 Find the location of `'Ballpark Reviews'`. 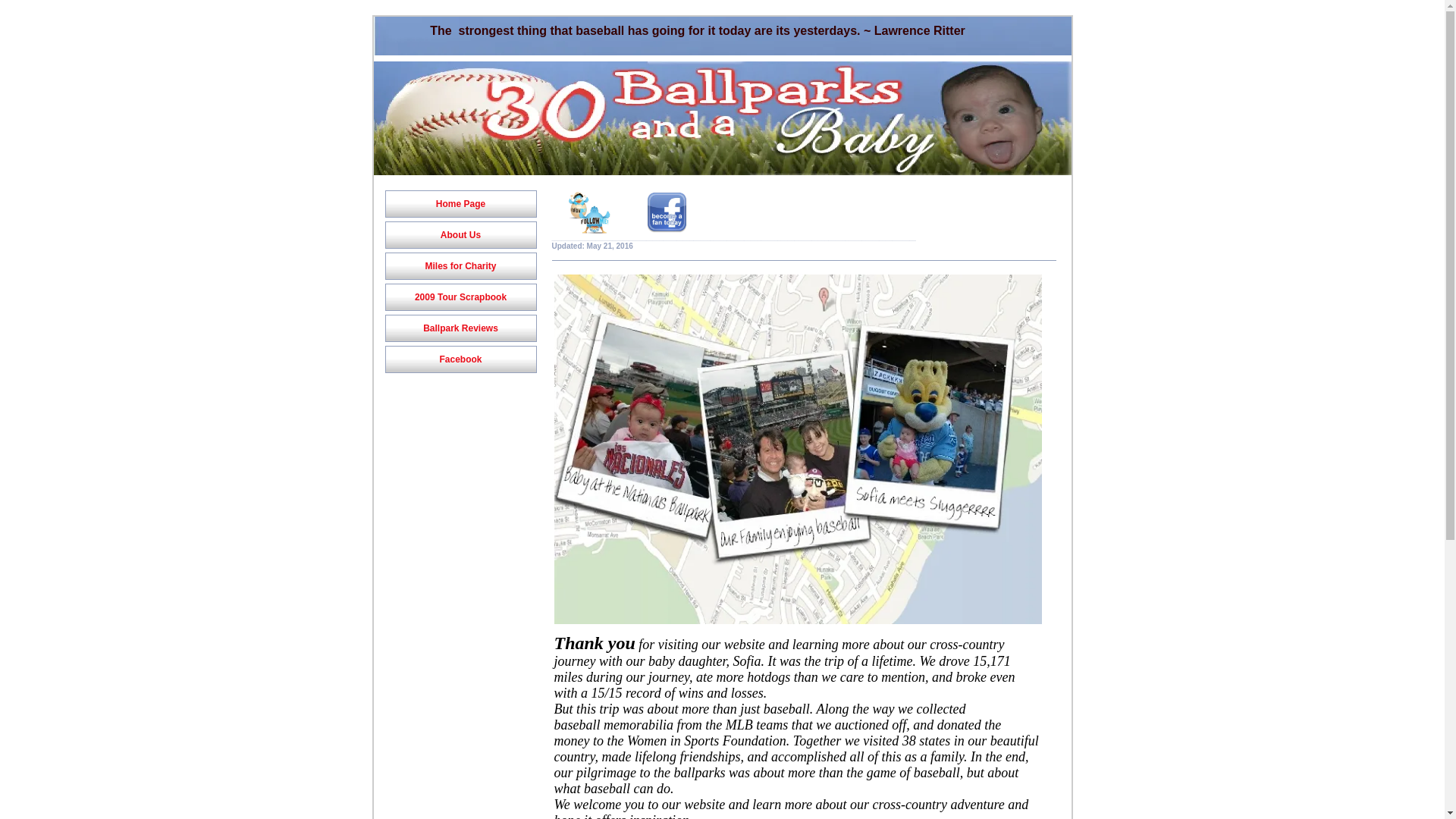

'Ballpark Reviews' is located at coordinates (385, 327).